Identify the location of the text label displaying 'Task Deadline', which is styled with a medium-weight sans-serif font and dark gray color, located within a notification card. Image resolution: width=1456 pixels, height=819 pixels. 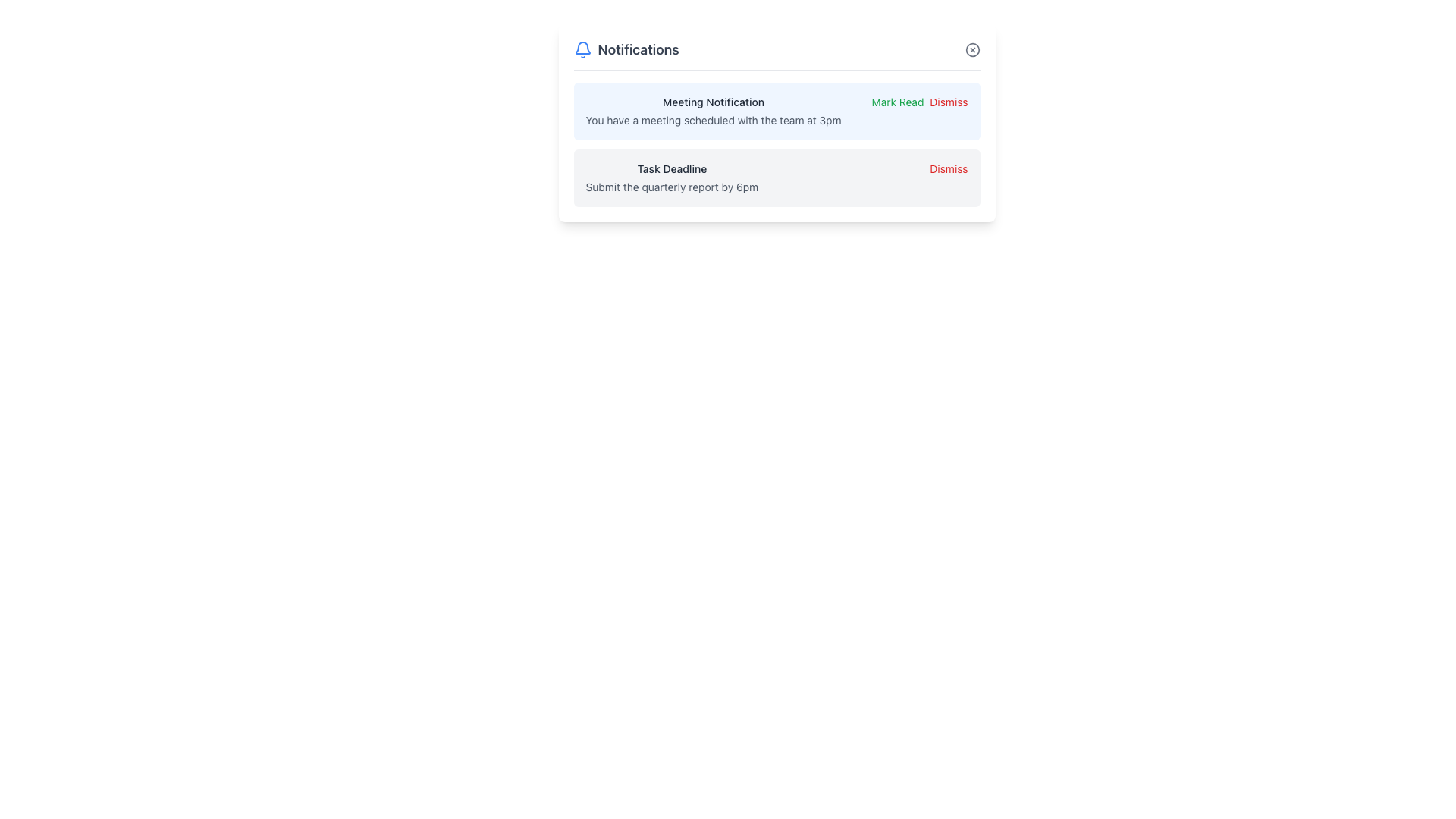
(671, 169).